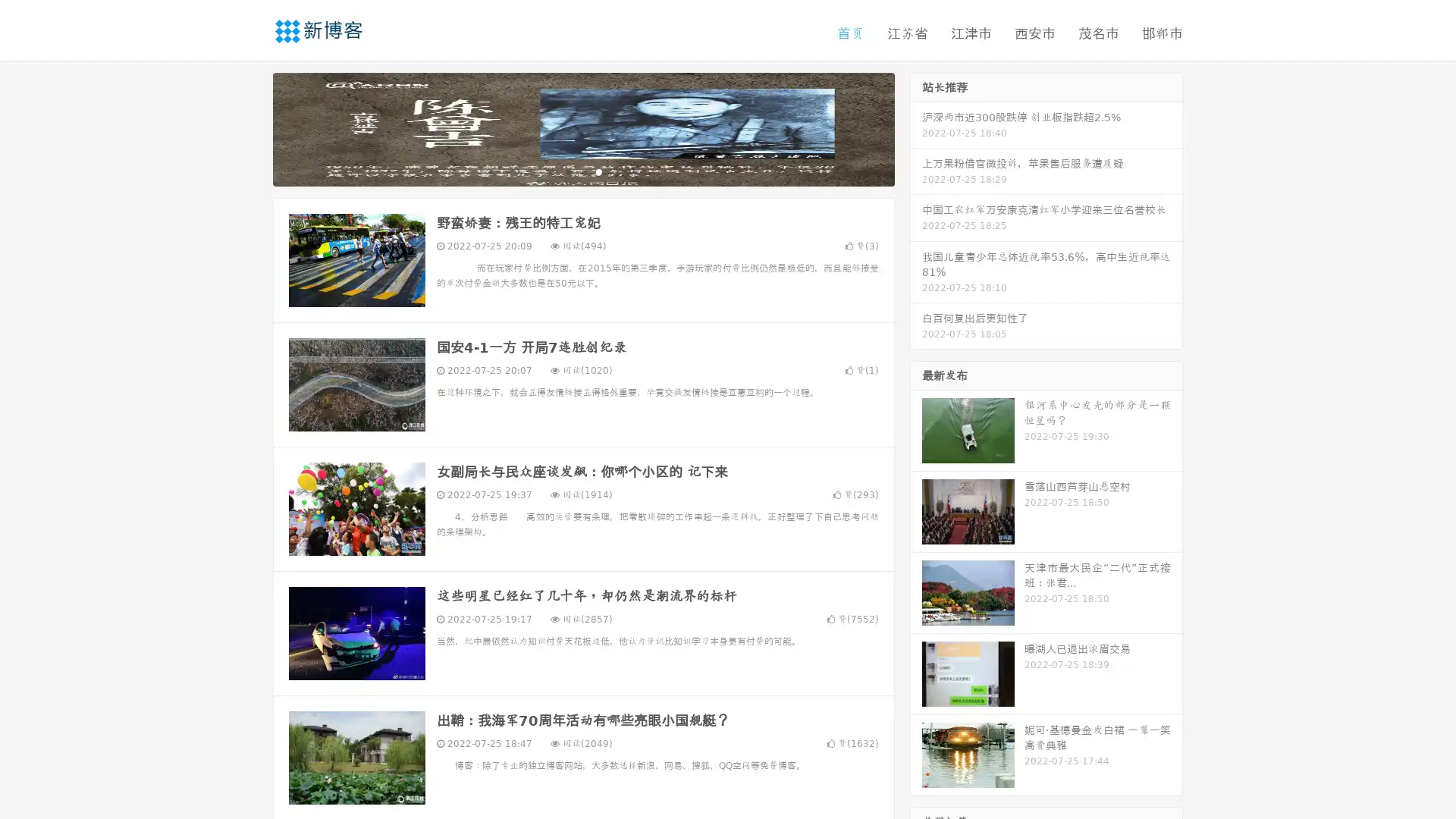  I want to click on Next slide, so click(916, 127).